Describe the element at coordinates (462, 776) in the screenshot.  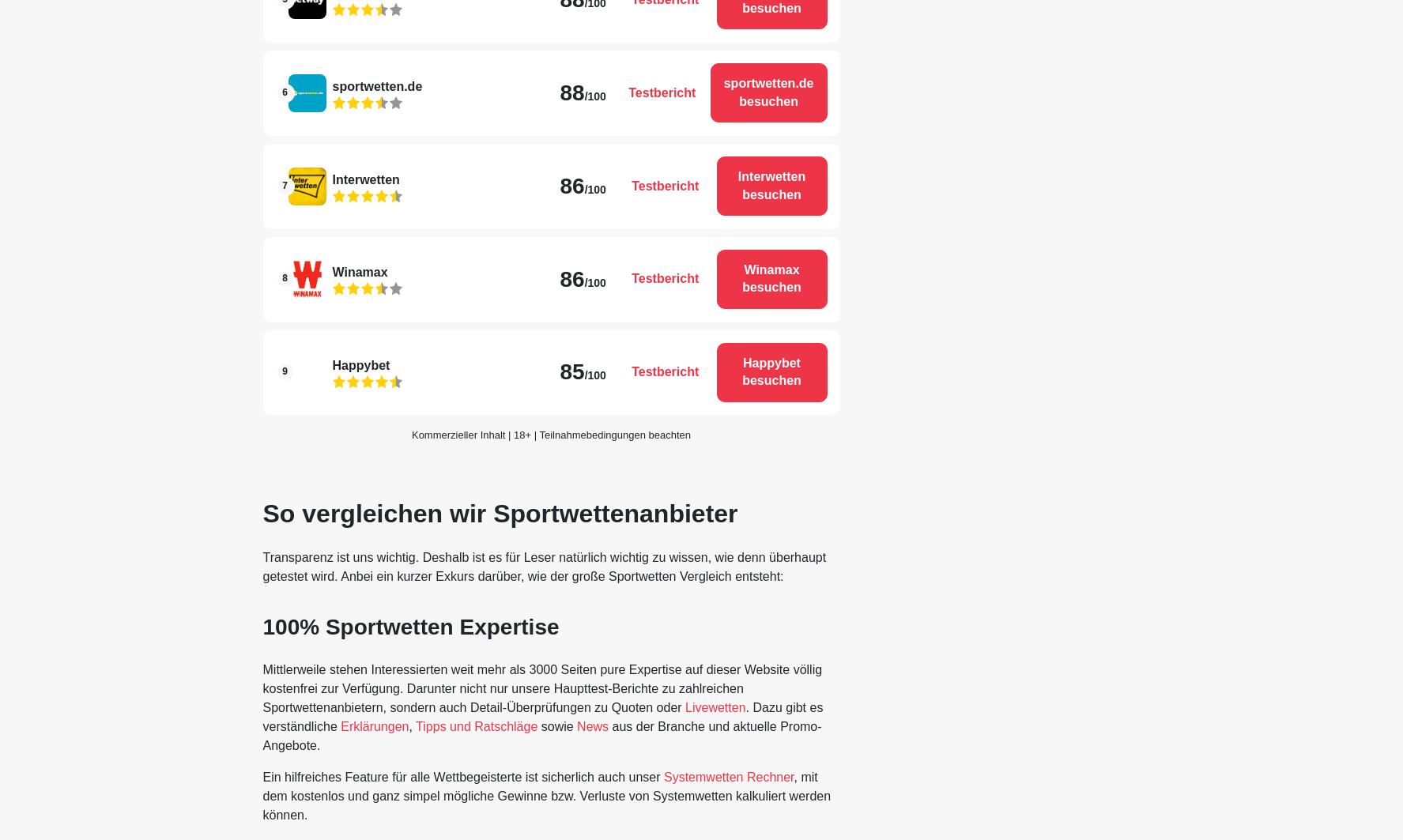
I see `'Ein hilfreiches Feature für alle Wettbegeisterte ist sicherlich auch unser'` at that location.